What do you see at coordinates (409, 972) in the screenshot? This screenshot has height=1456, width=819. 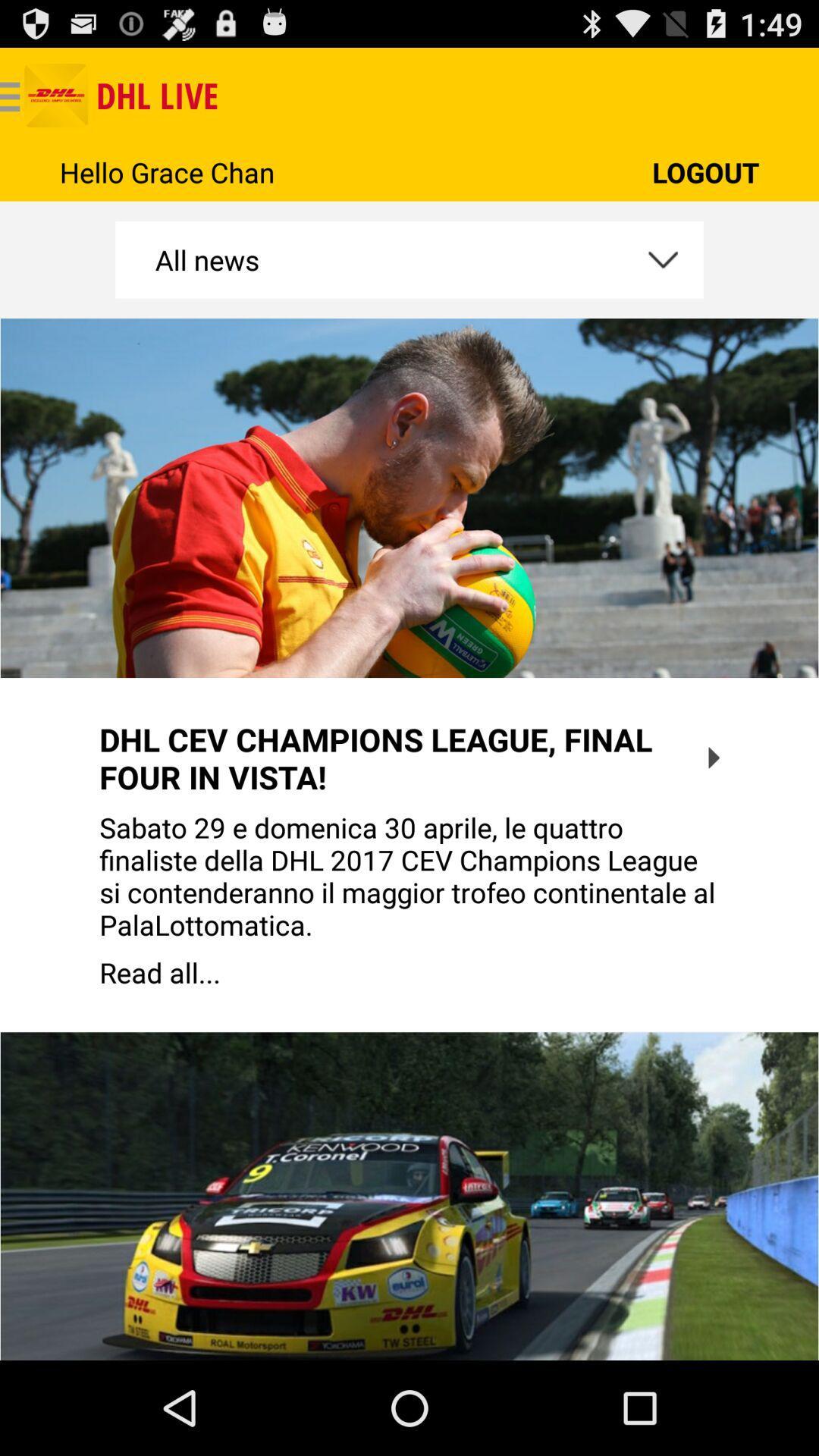 I see `read all... item` at bounding box center [409, 972].